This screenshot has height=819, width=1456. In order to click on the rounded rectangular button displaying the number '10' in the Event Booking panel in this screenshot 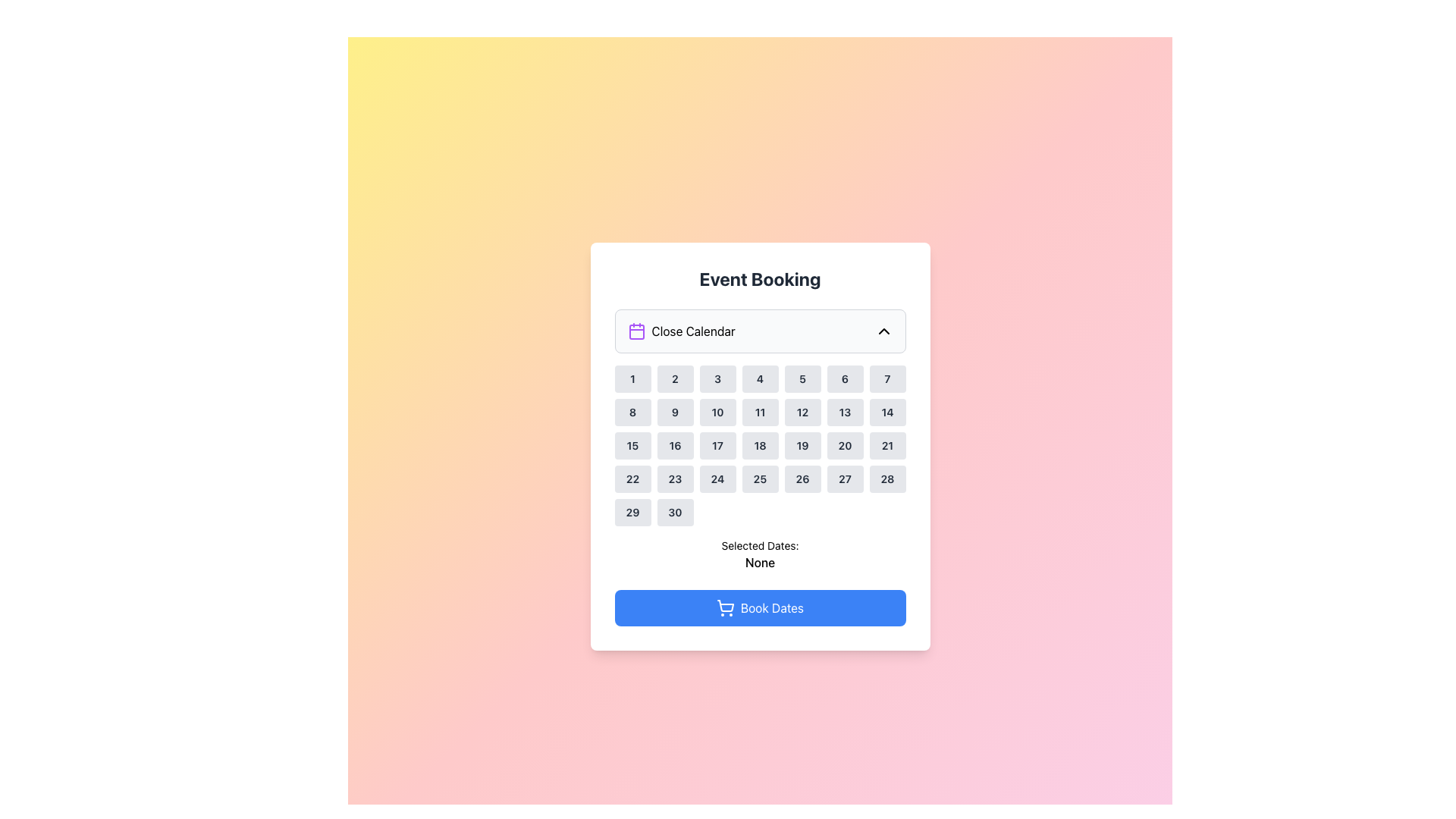, I will do `click(717, 412)`.